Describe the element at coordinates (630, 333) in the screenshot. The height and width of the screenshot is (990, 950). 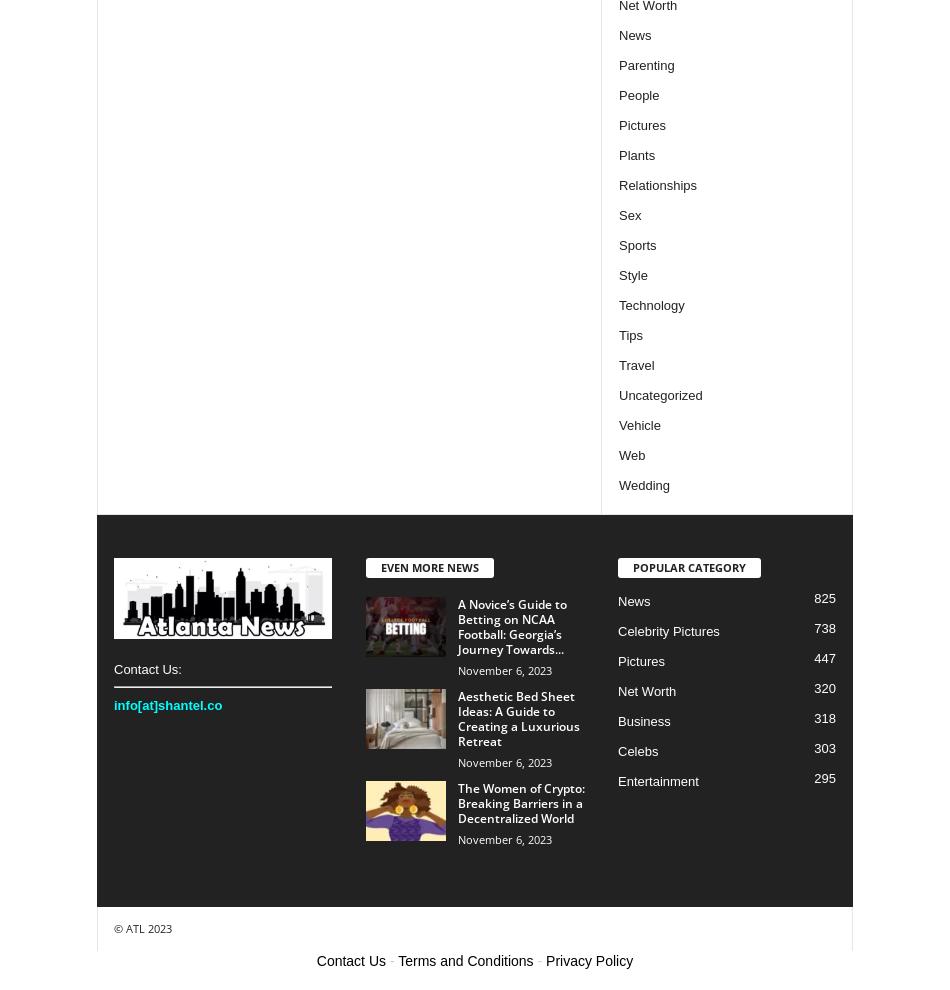
I see `'Tips'` at that location.